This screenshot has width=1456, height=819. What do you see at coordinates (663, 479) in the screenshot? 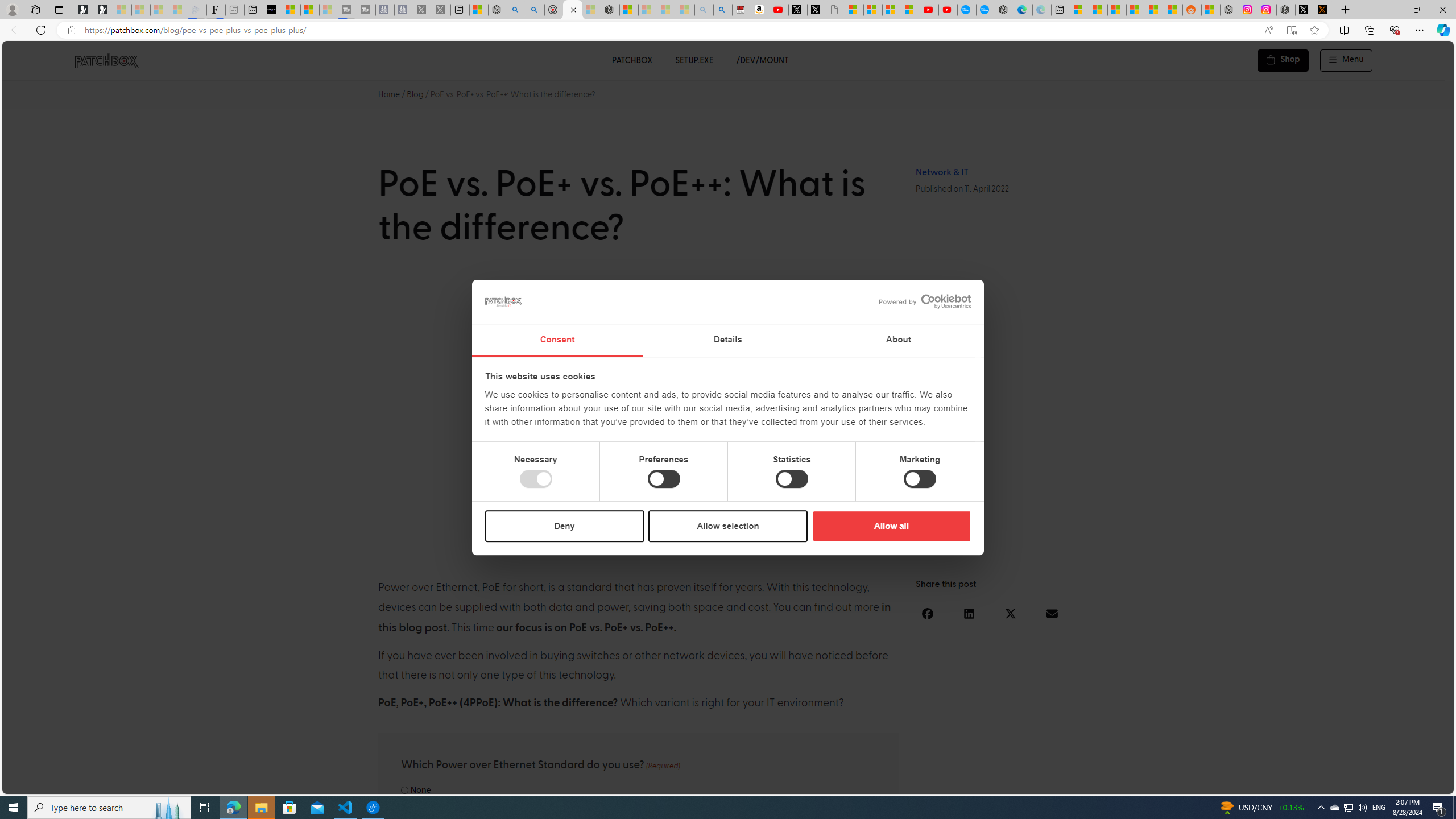
I see `'Preferences'` at bounding box center [663, 479].